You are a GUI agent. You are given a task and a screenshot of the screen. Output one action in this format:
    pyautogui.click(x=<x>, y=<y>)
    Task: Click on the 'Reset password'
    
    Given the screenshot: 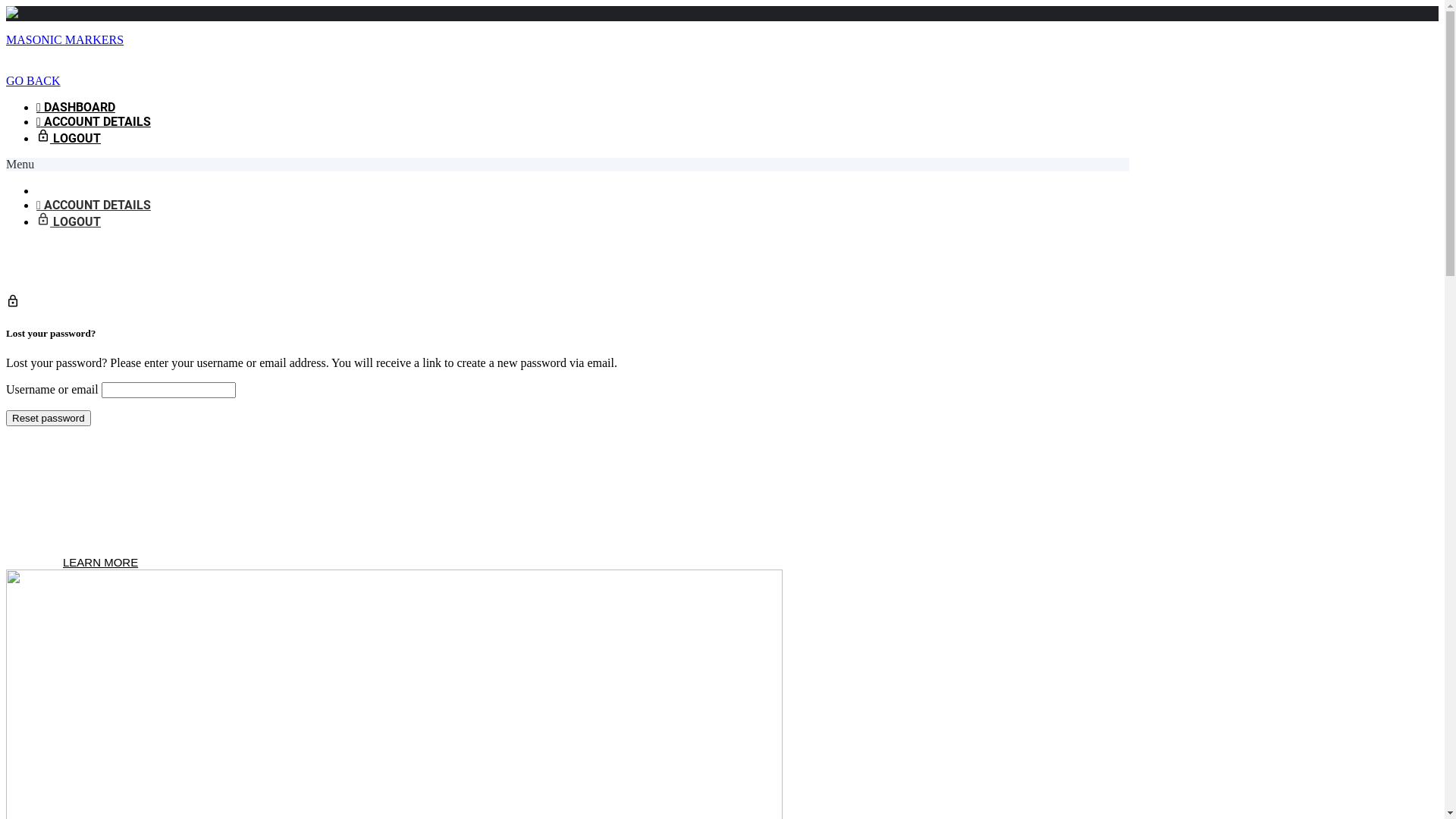 What is the action you would take?
    pyautogui.click(x=48, y=418)
    